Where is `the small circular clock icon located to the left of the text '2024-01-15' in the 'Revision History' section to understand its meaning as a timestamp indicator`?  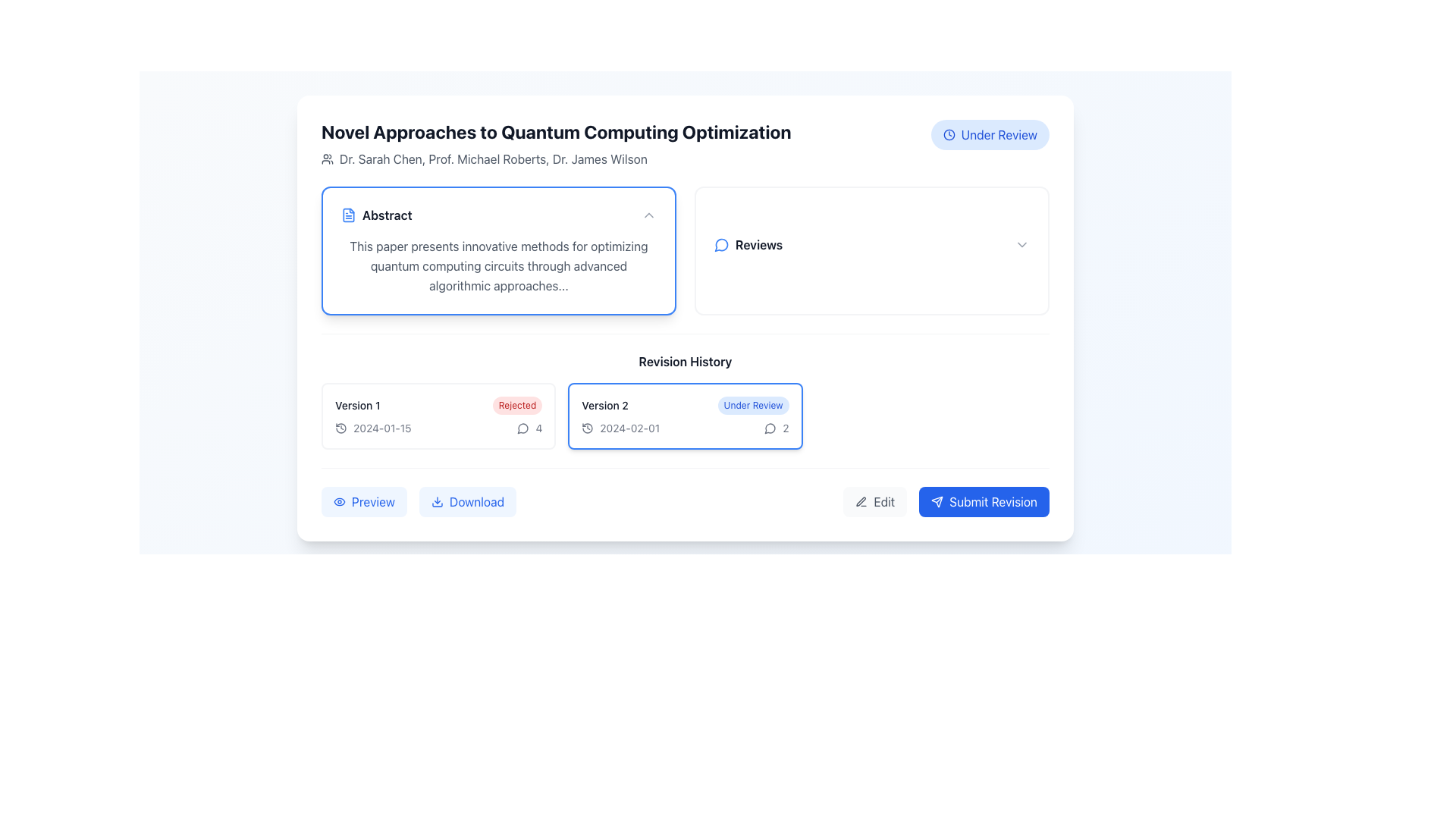 the small circular clock icon located to the left of the text '2024-01-15' in the 'Revision History' section to understand its meaning as a timestamp indicator is located at coordinates (340, 428).